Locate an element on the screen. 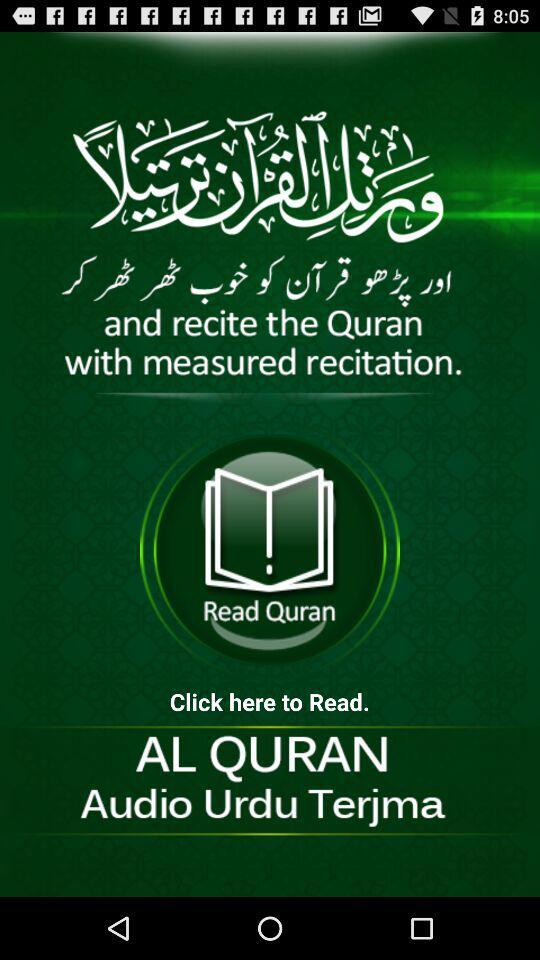 The image size is (540, 960). open ebook is located at coordinates (270, 550).